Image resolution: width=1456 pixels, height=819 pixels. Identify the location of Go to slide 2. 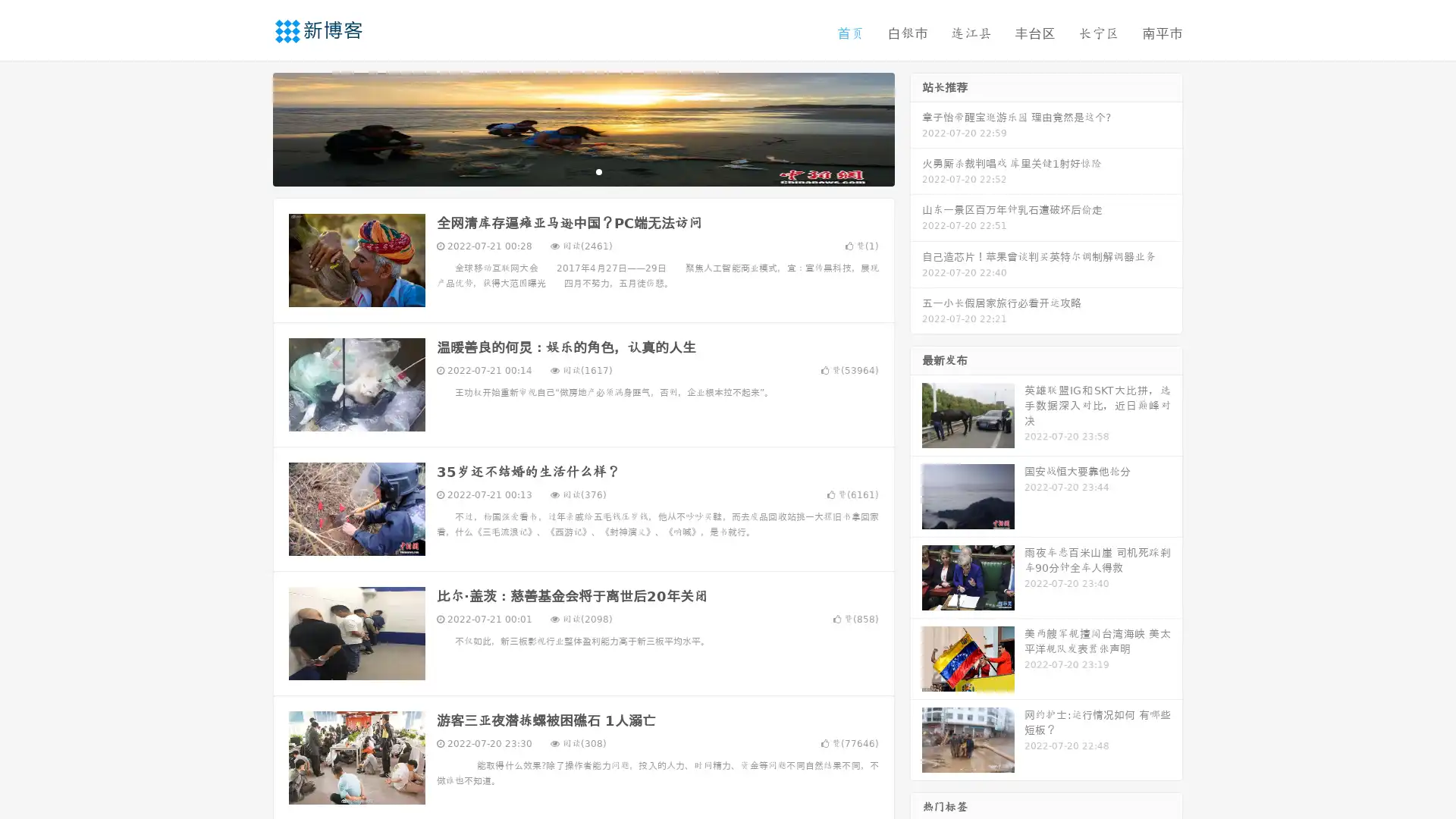
(582, 171).